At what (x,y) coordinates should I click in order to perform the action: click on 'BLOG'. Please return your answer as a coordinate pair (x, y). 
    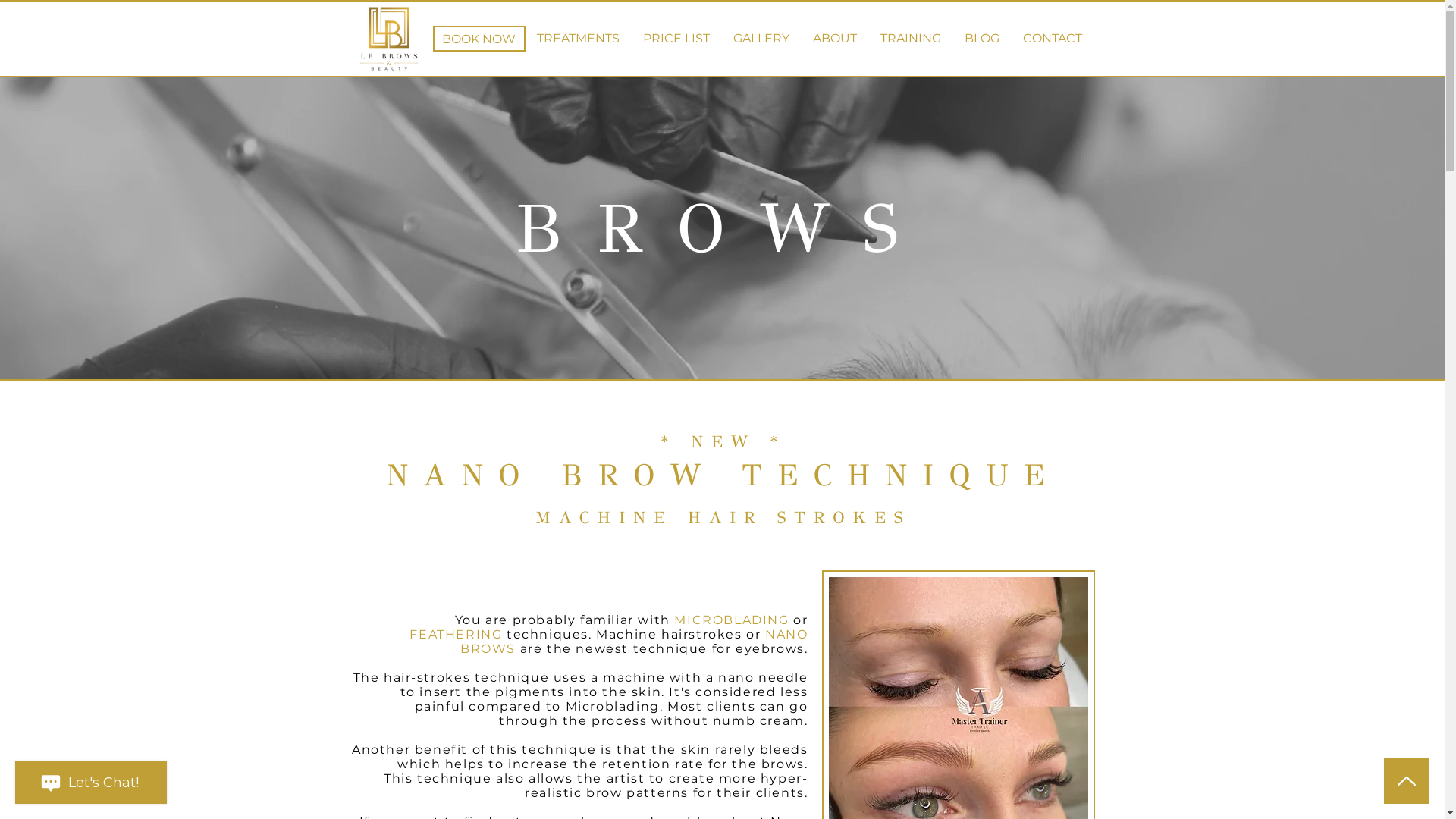
    Looking at the image, I should click on (981, 37).